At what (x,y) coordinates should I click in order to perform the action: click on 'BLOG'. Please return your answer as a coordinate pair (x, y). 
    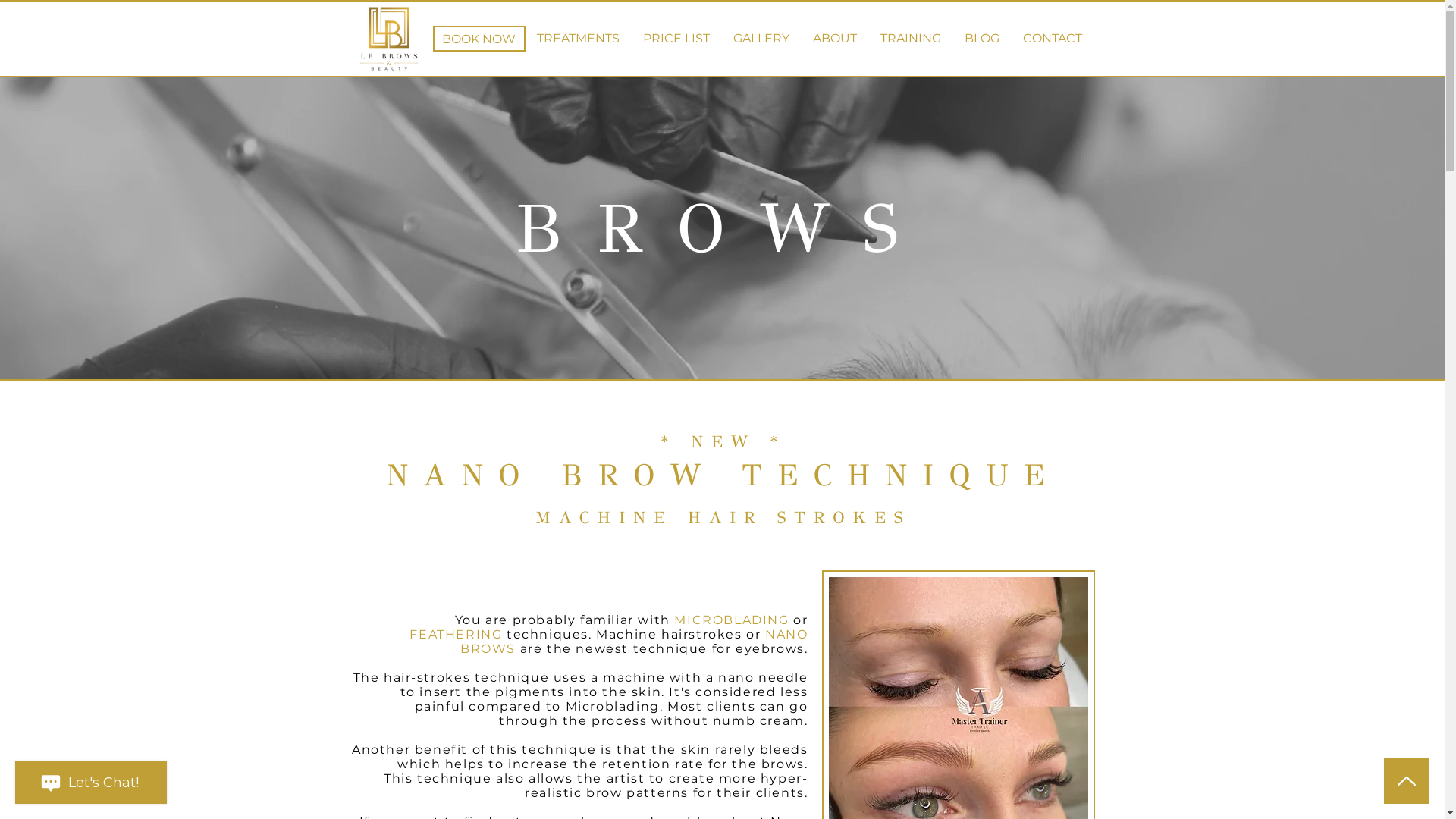
    Looking at the image, I should click on (981, 37).